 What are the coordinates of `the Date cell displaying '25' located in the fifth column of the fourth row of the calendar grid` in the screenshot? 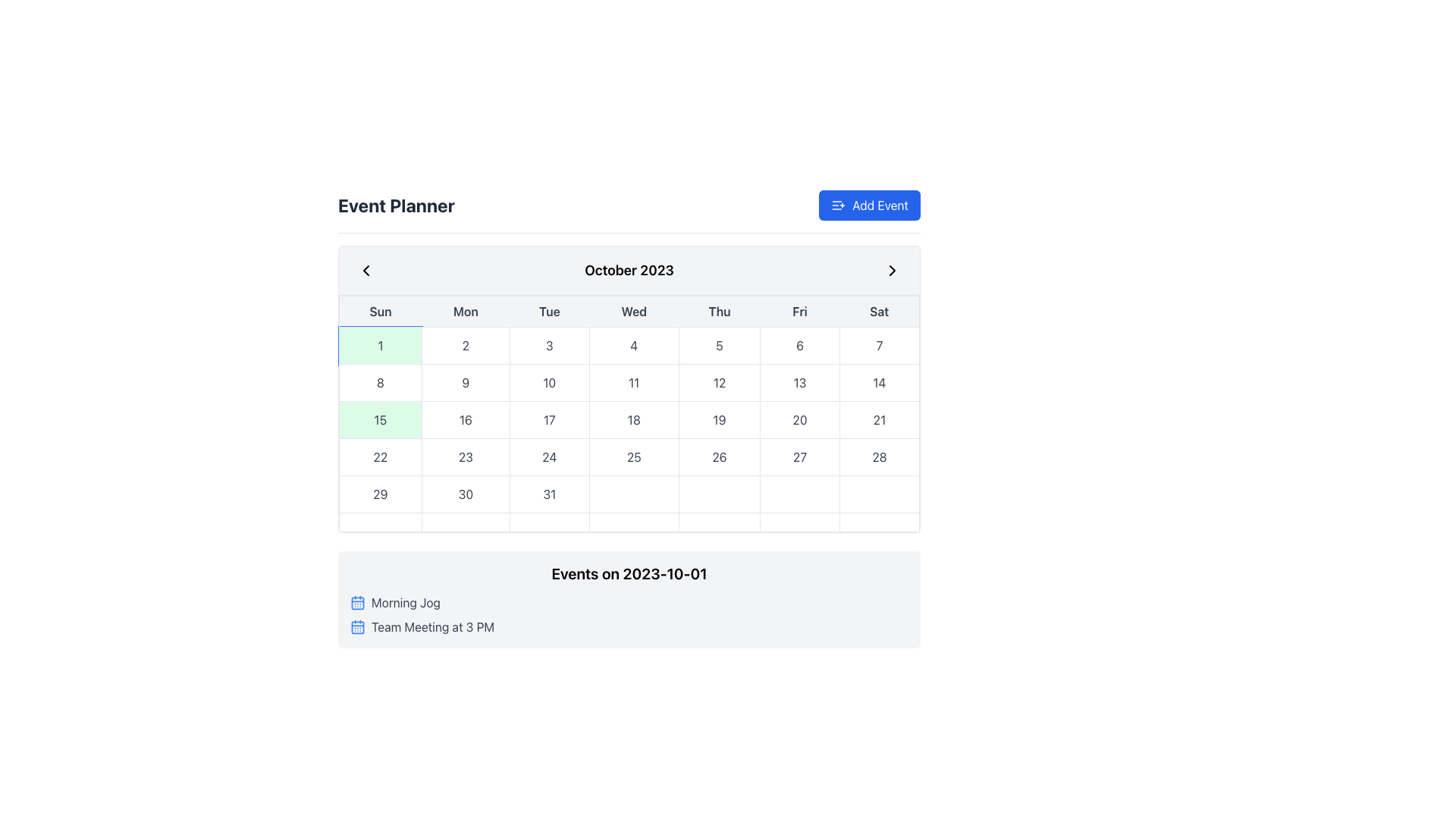 It's located at (629, 456).